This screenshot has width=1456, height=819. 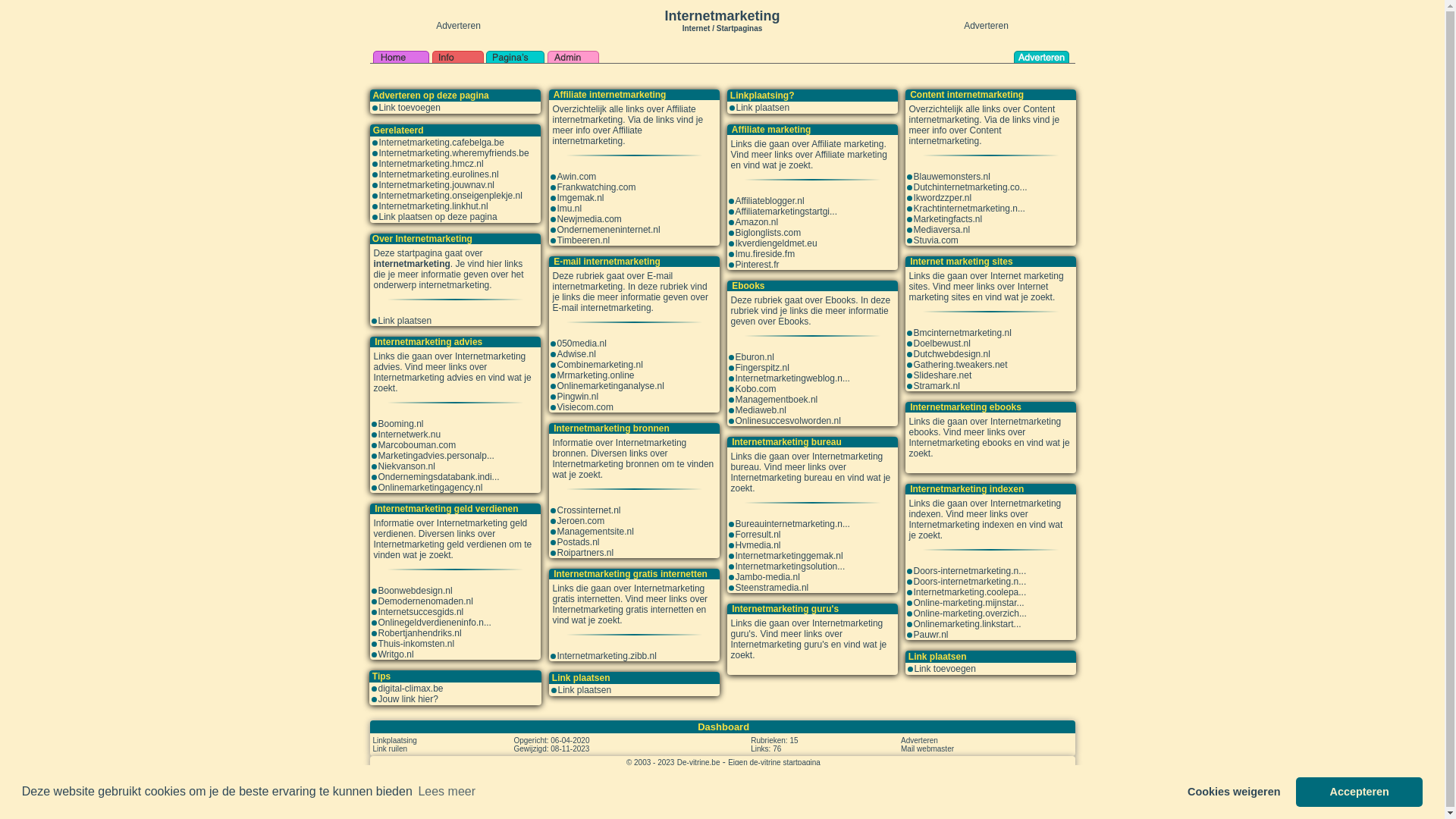 What do you see at coordinates (698, 762) in the screenshot?
I see `'De-vitrine.be'` at bounding box center [698, 762].